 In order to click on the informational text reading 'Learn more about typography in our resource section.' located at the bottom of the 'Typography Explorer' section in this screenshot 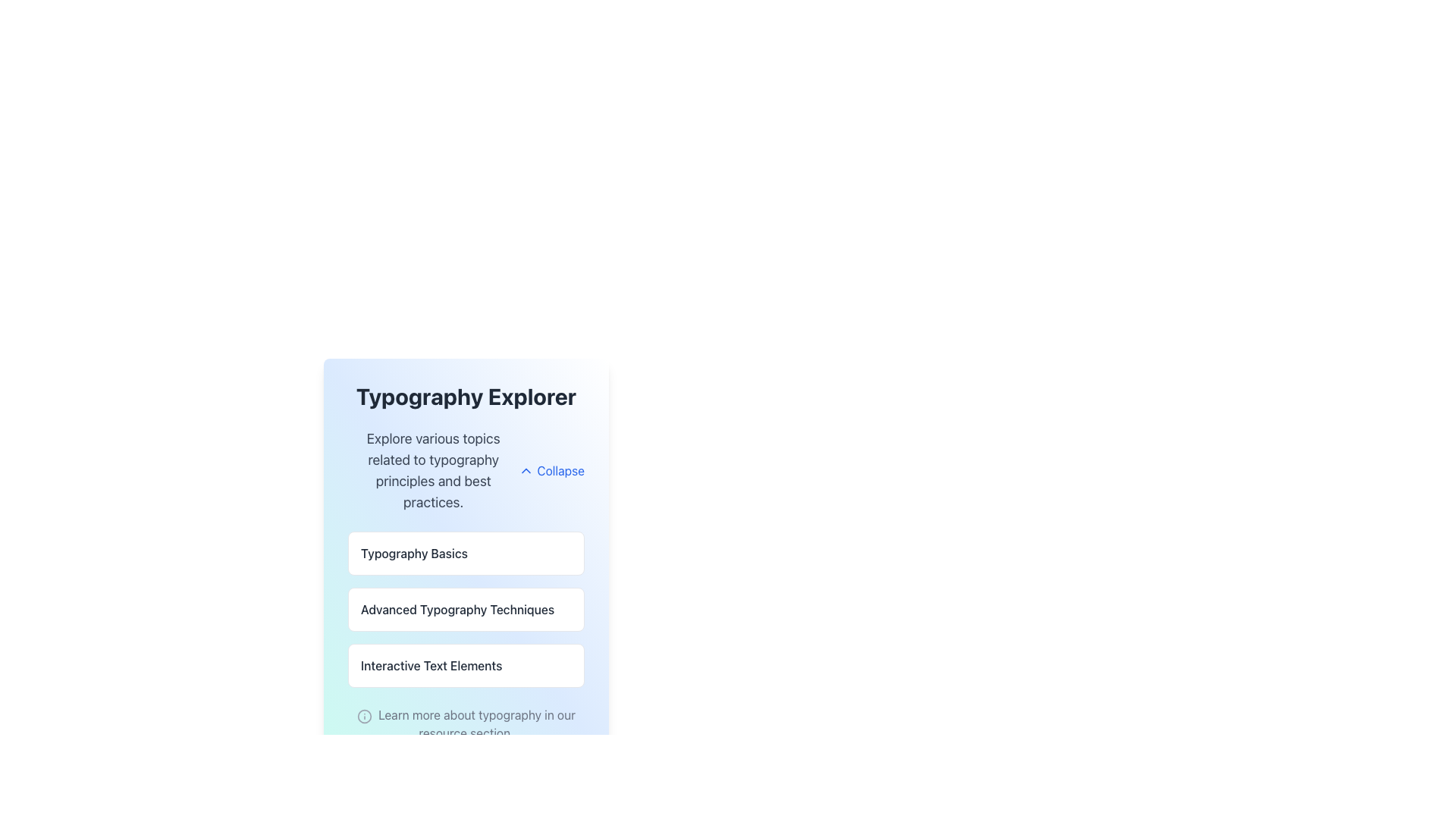, I will do `click(465, 723)`.